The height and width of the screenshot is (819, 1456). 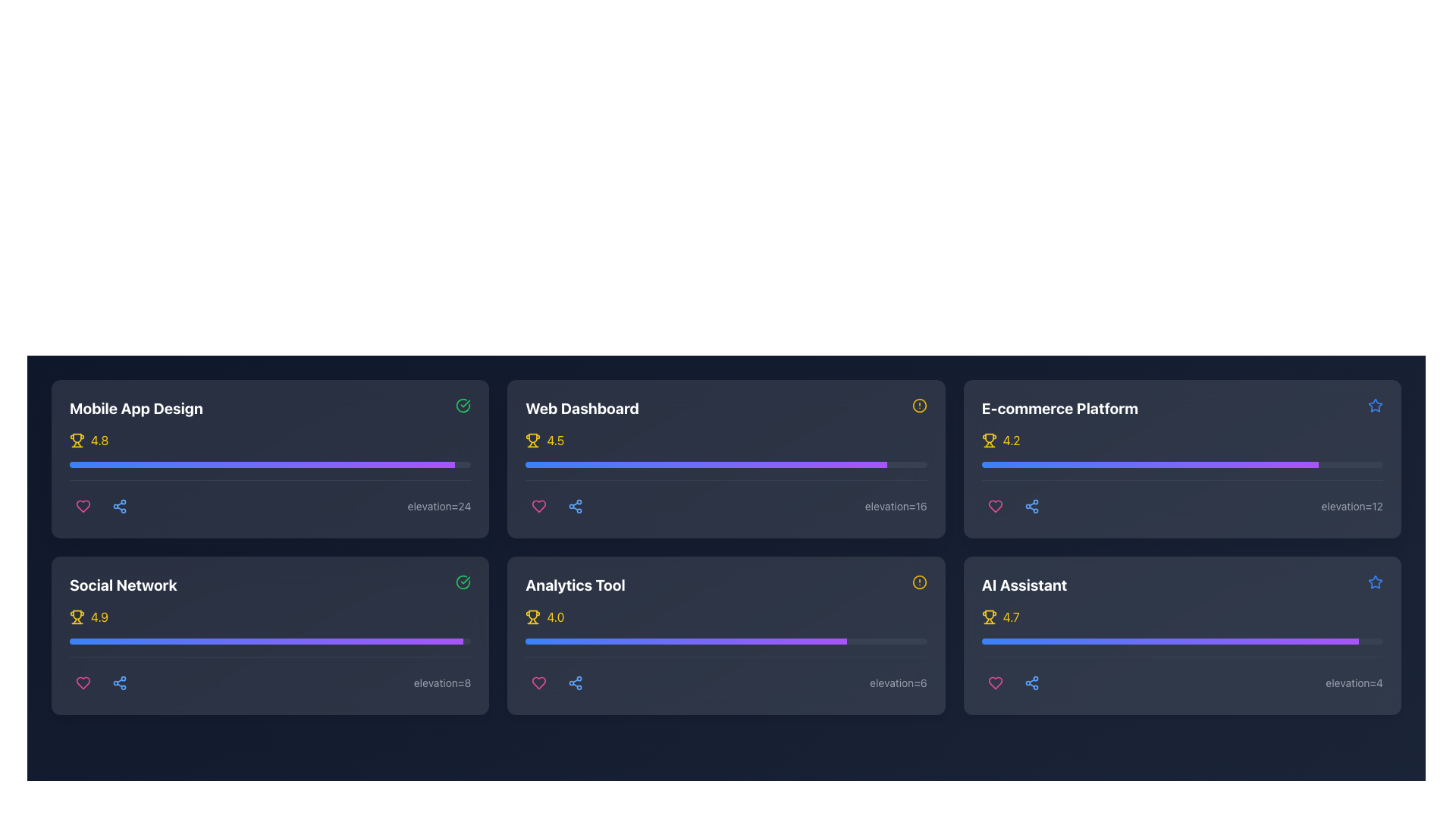 What do you see at coordinates (574, 584) in the screenshot?
I see `the text label that serves as the title of the analytics card located in the second row and third card from the left` at bounding box center [574, 584].